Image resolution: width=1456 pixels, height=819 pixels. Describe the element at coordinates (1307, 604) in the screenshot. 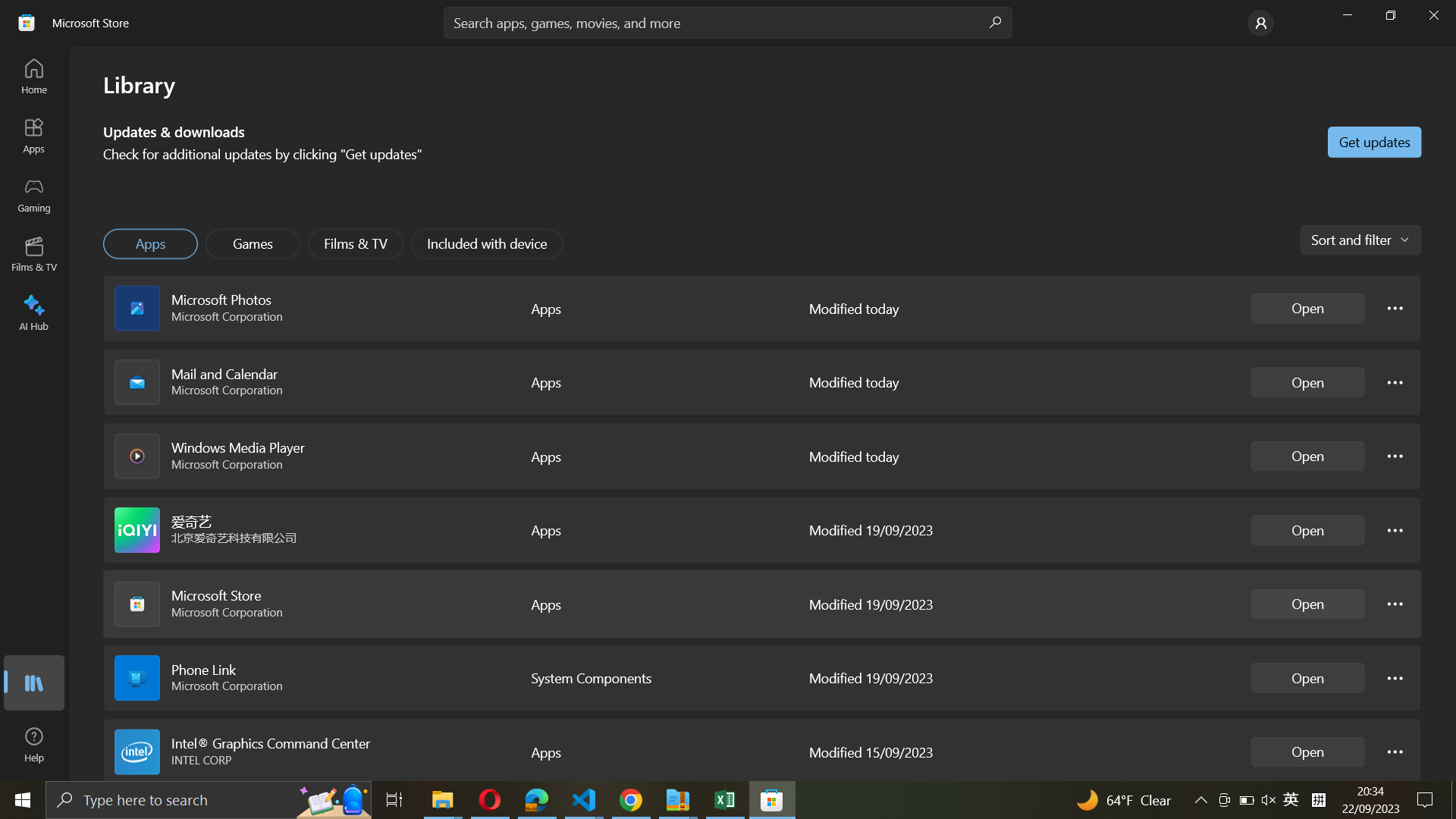

I see `the Microsoft Store application` at that location.